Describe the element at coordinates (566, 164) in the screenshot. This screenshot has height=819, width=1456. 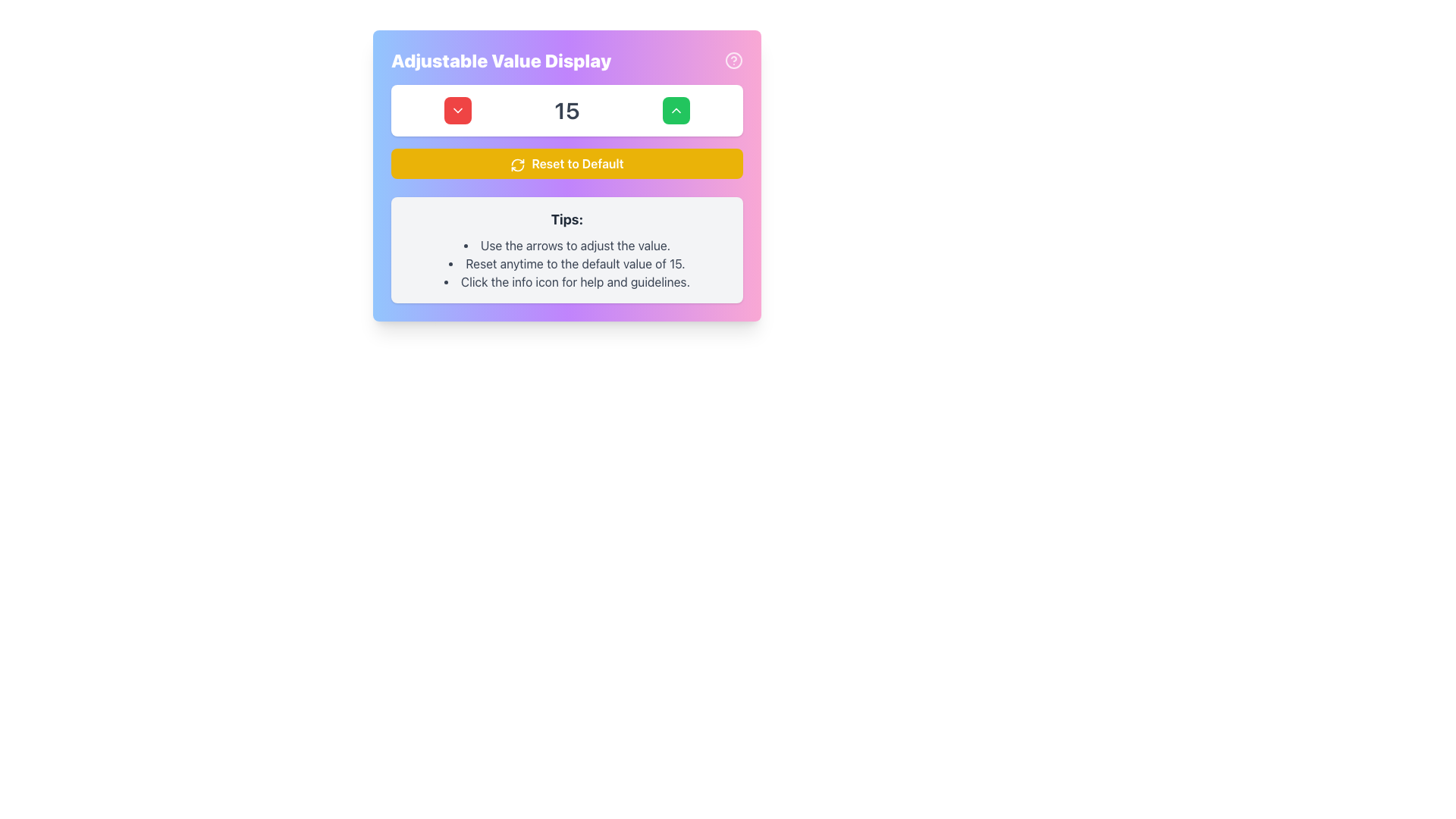
I see `the 'Reset to Default' button, which is a rectangular button with a yellow-orange background and white text, located below the value '15' in the 'Adjustable Value Display' section` at that location.